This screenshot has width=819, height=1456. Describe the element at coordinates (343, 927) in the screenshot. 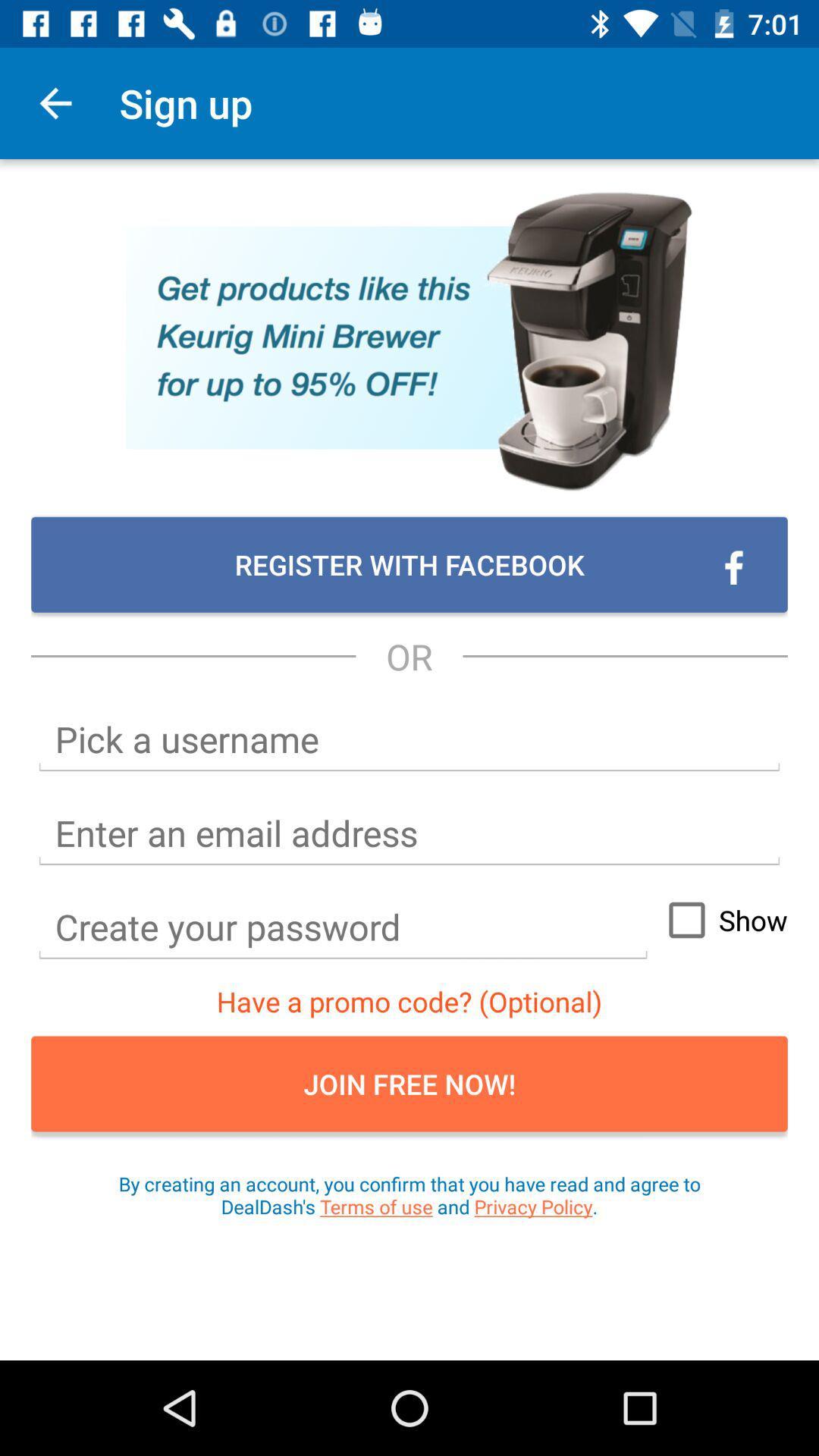

I see `password info` at that location.